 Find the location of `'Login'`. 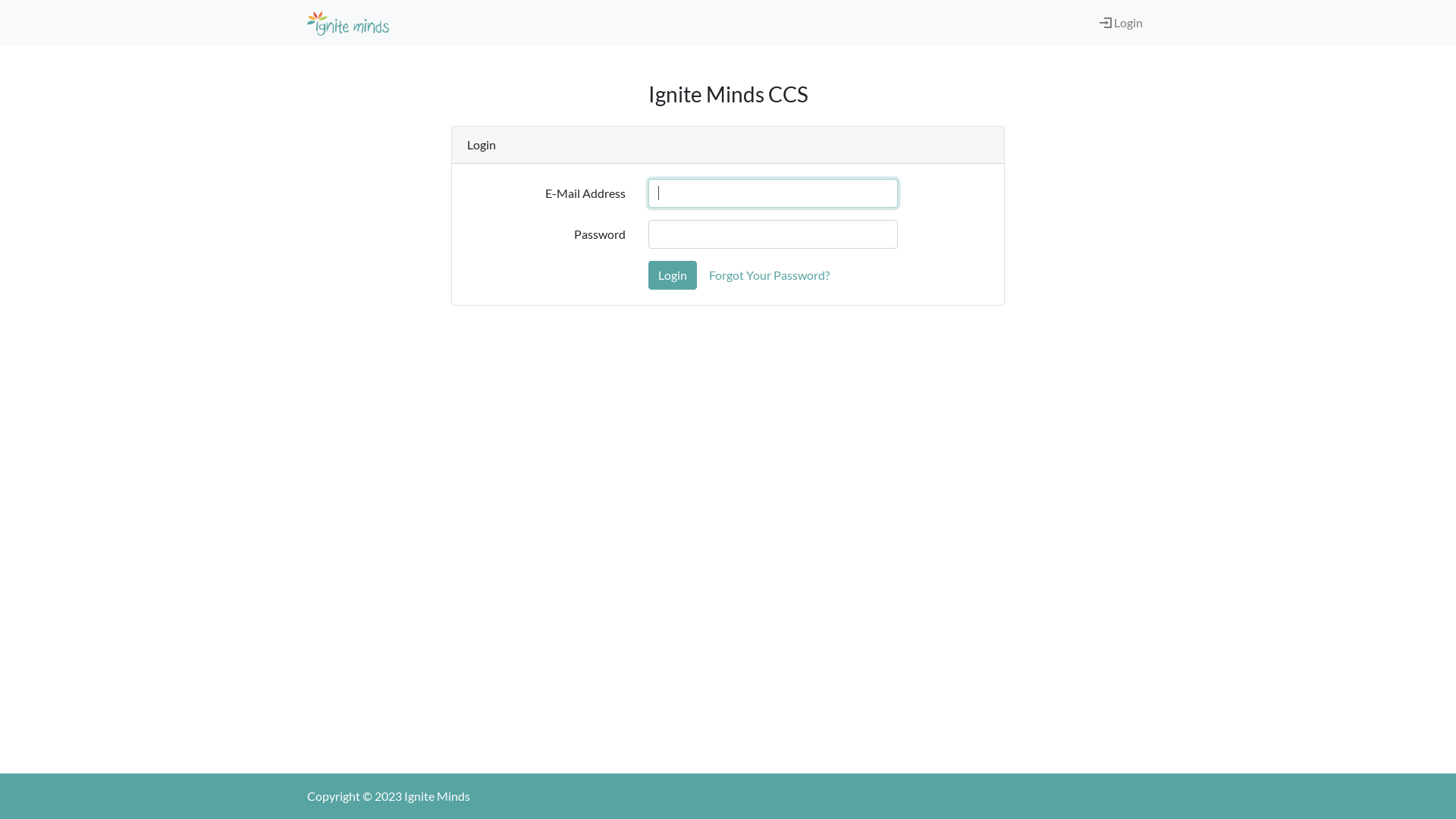

'Login' is located at coordinates (1121, 23).